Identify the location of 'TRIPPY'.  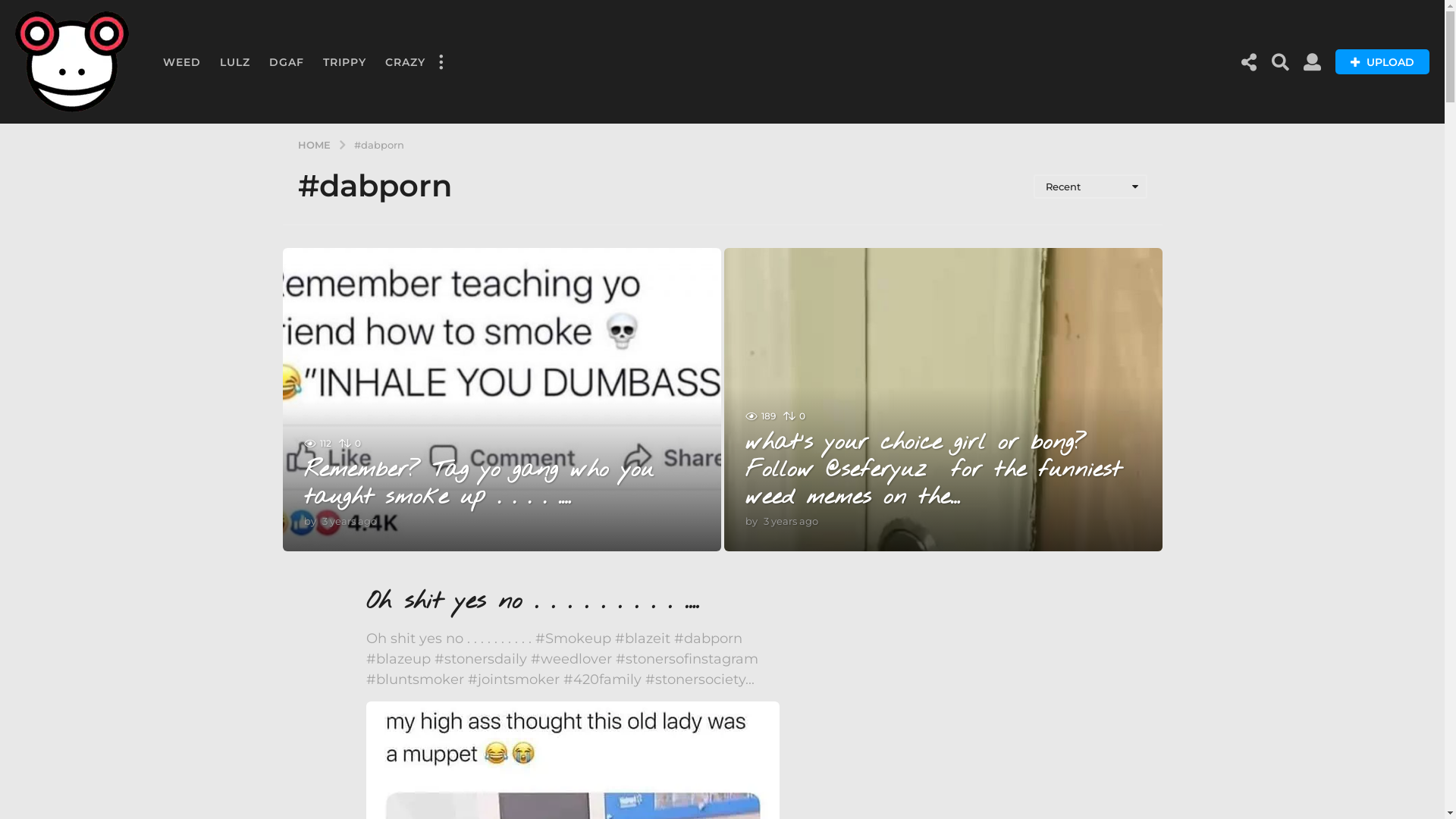
(344, 61).